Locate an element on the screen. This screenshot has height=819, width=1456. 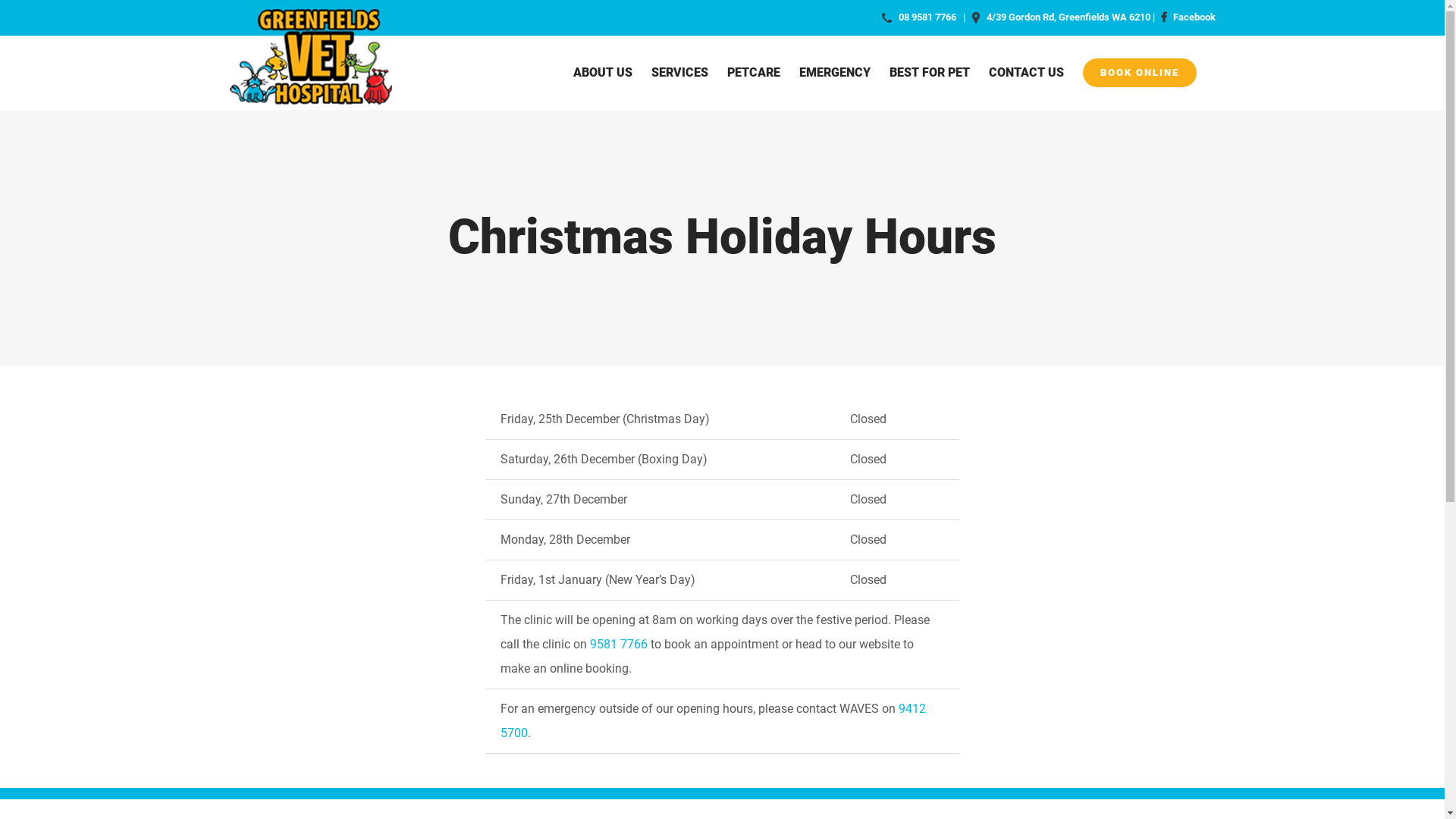
'9412 5700' is located at coordinates (500, 720).